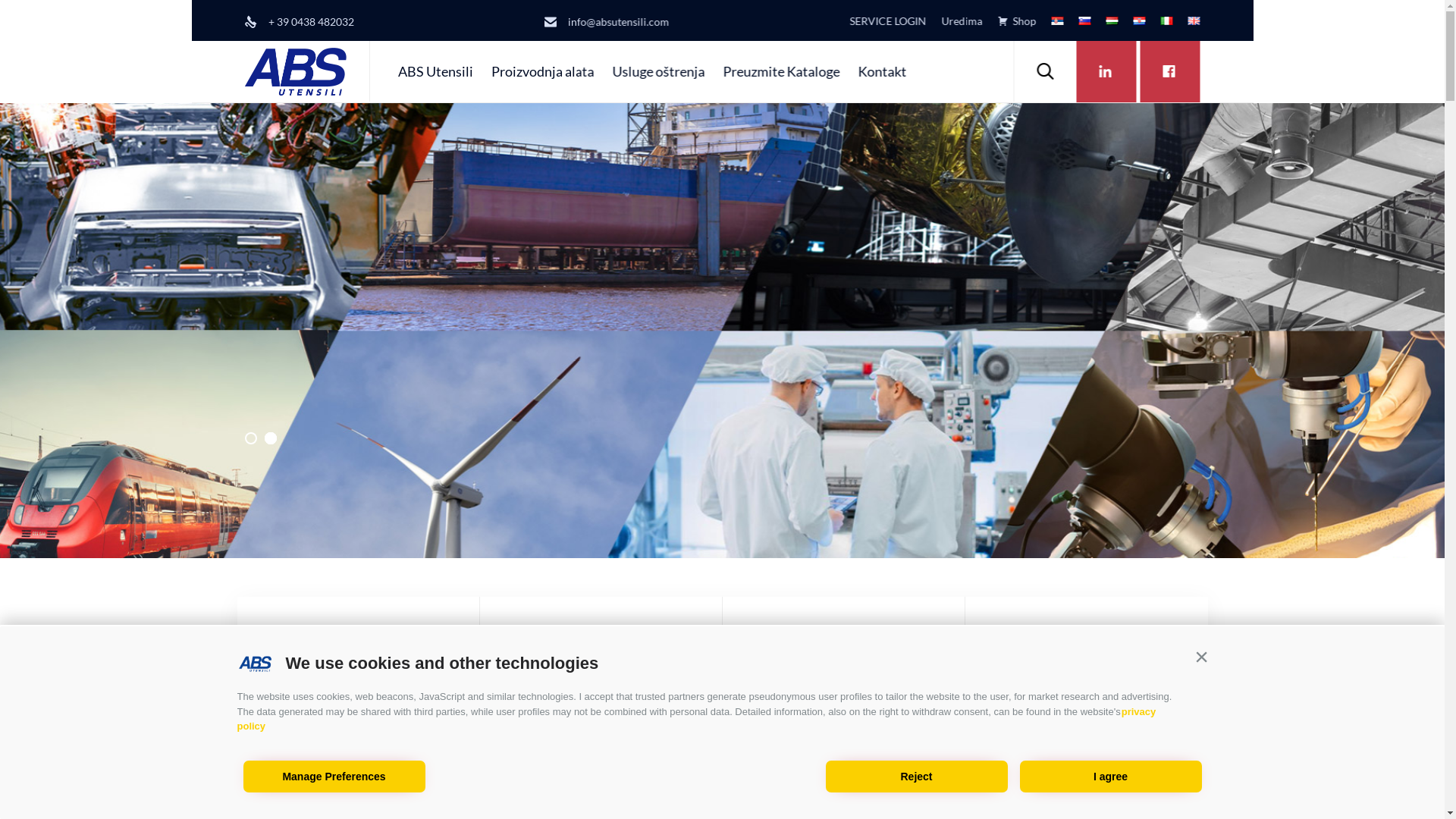 This screenshot has width=1456, height=819. Describe the element at coordinates (781, 71) in the screenshot. I see `'Preuzmite Kataloge'` at that location.